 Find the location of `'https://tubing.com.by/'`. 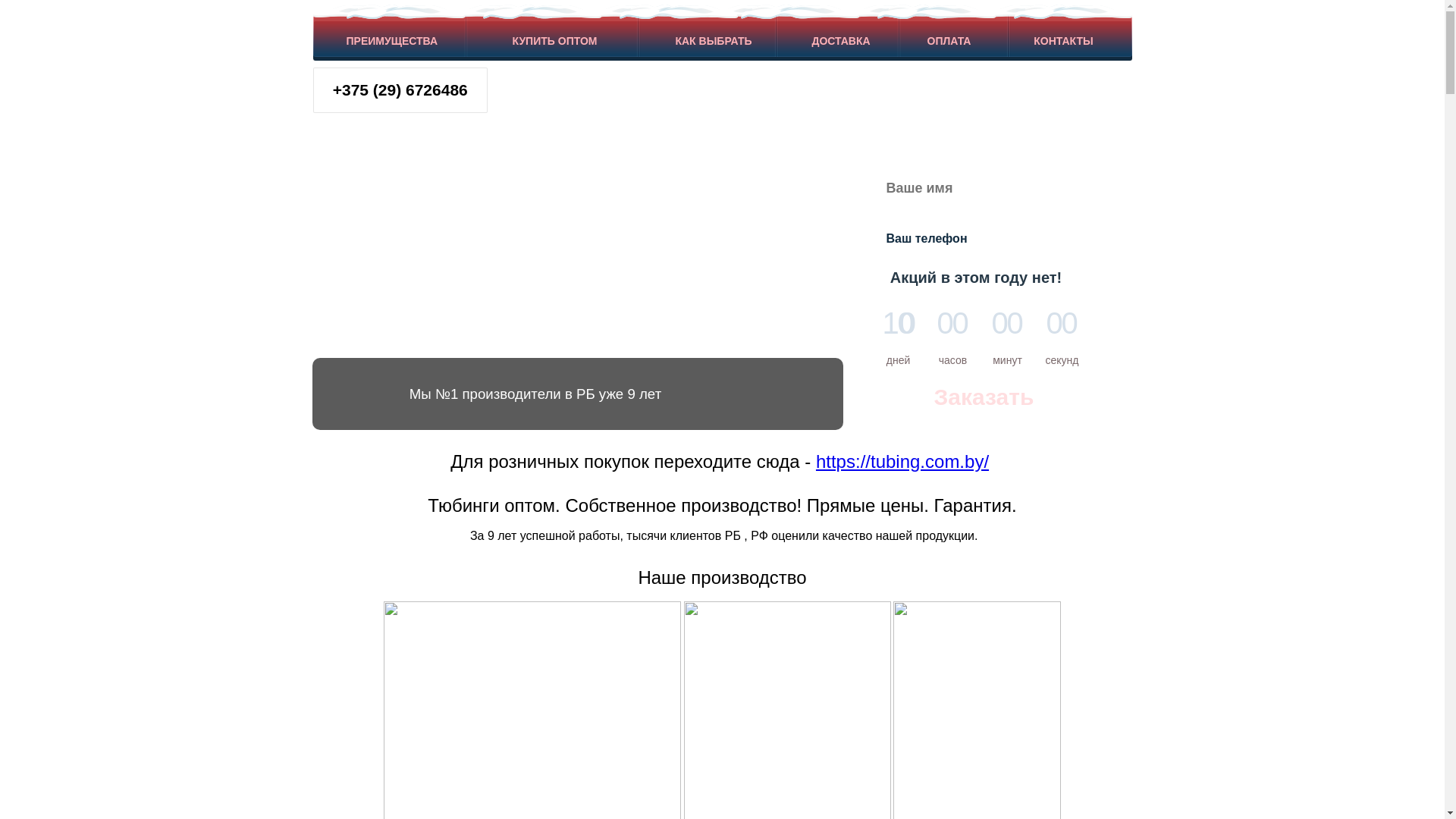

'https://tubing.com.by/' is located at coordinates (902, 460).